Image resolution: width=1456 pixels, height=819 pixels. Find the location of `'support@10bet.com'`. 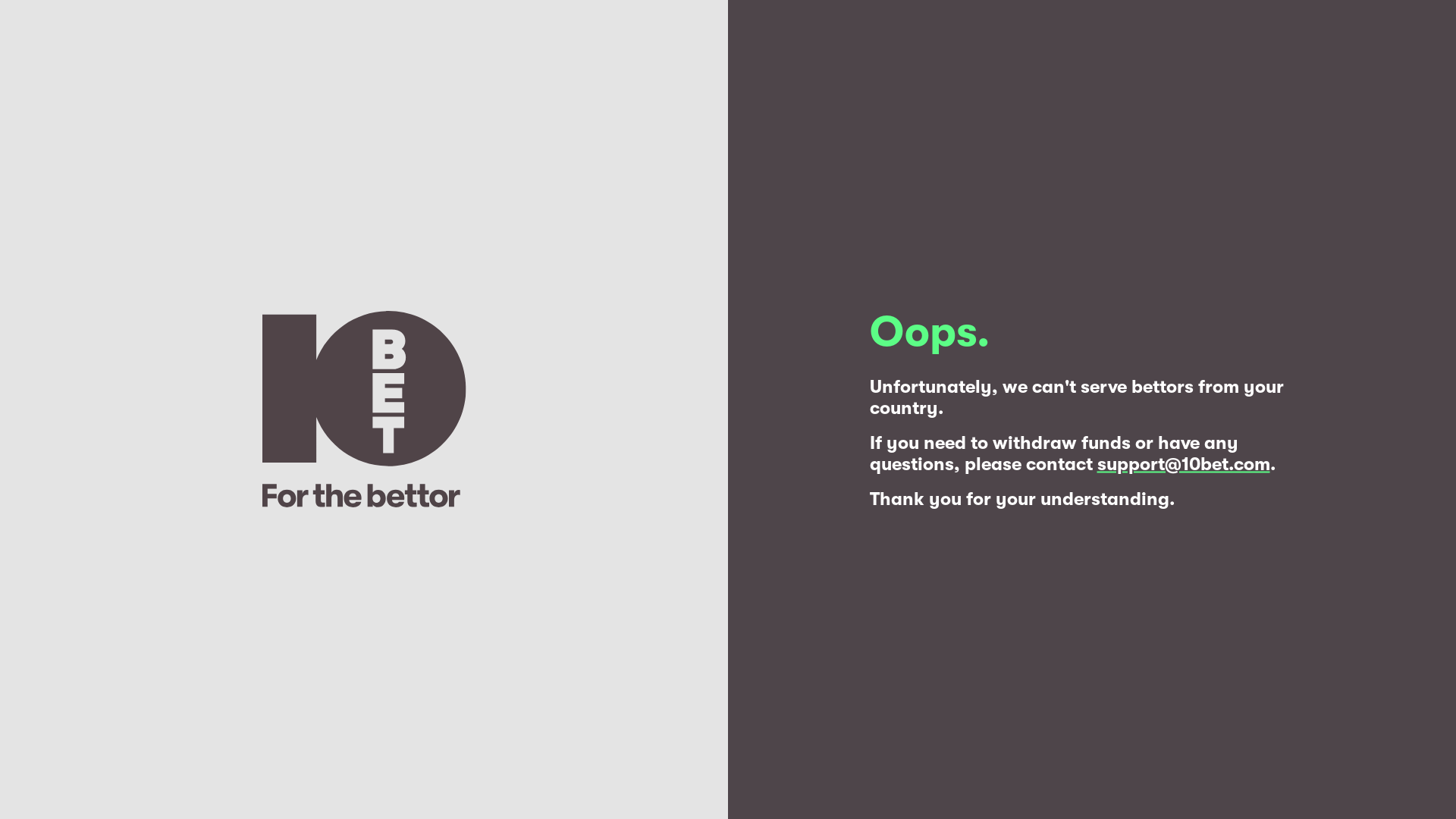

'support@10bet.com' is located at coordinates (1182, 463).